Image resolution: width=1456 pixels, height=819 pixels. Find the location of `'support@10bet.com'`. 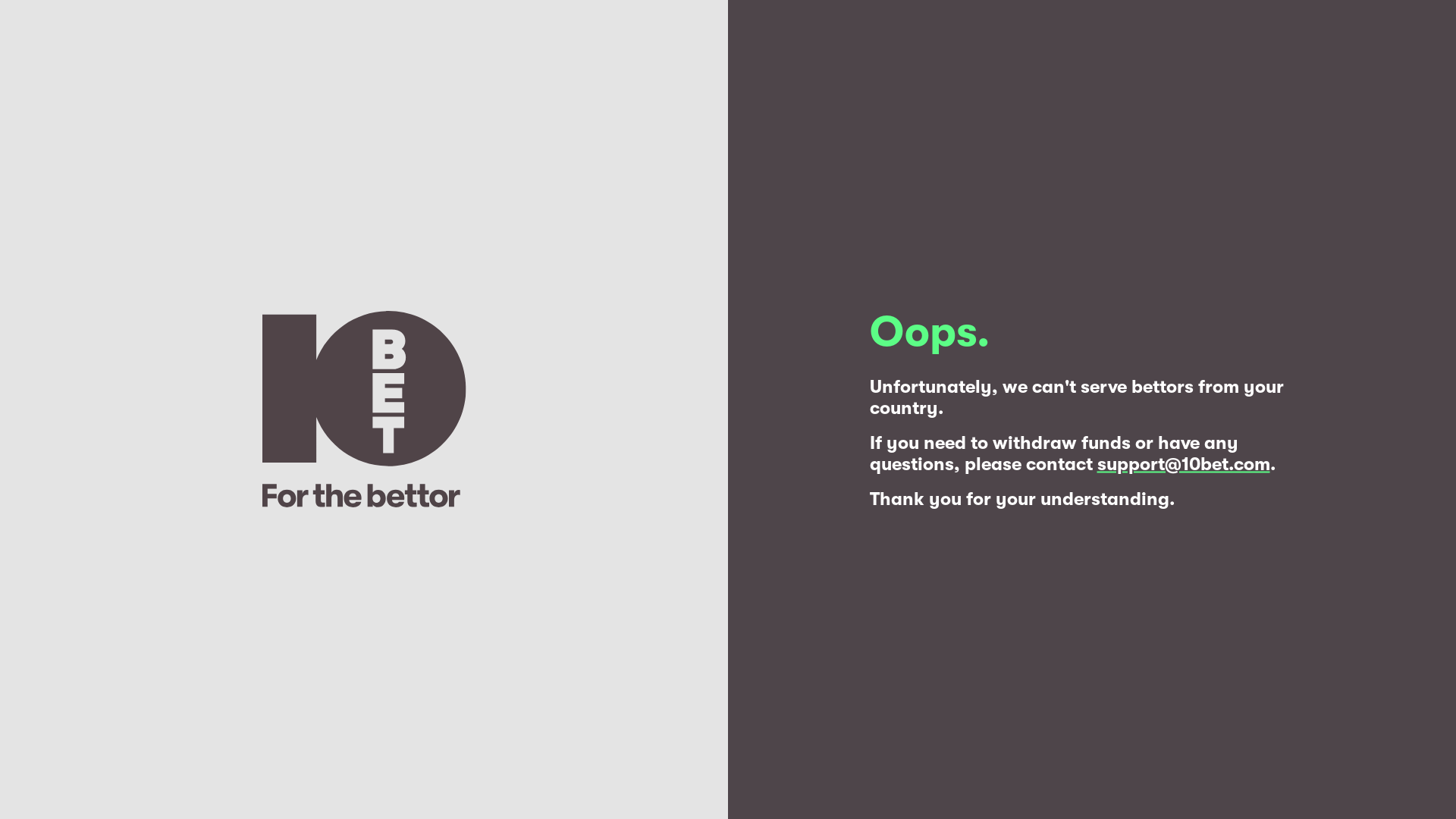

'support@10bet.com' is located at coordinates (1182, 463).